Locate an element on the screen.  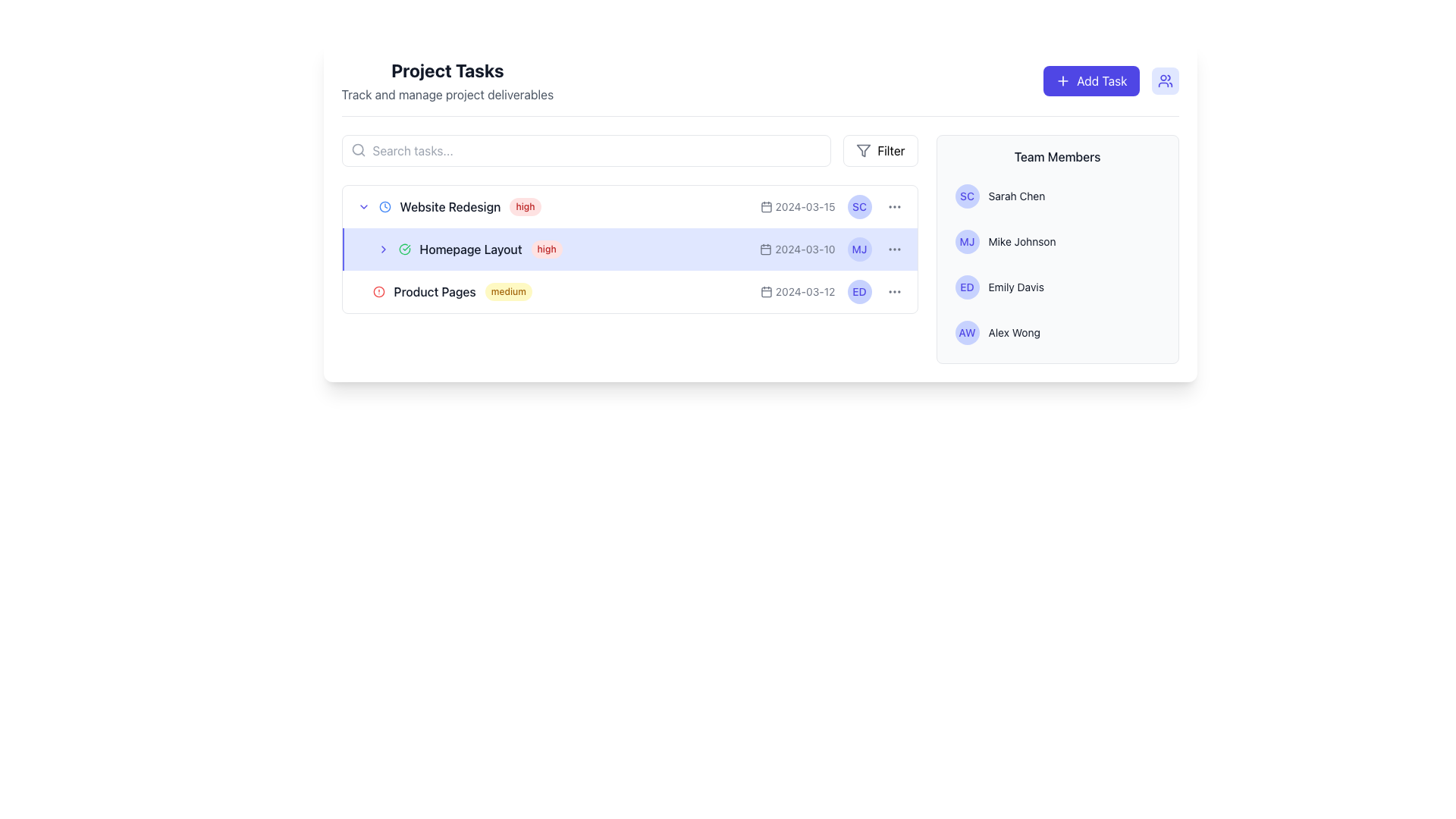
the circular blue analog clock icon located within the task row labeled 'Website Redesign', positioned to the left of the text 'high' is located at coordinates (384, 207).